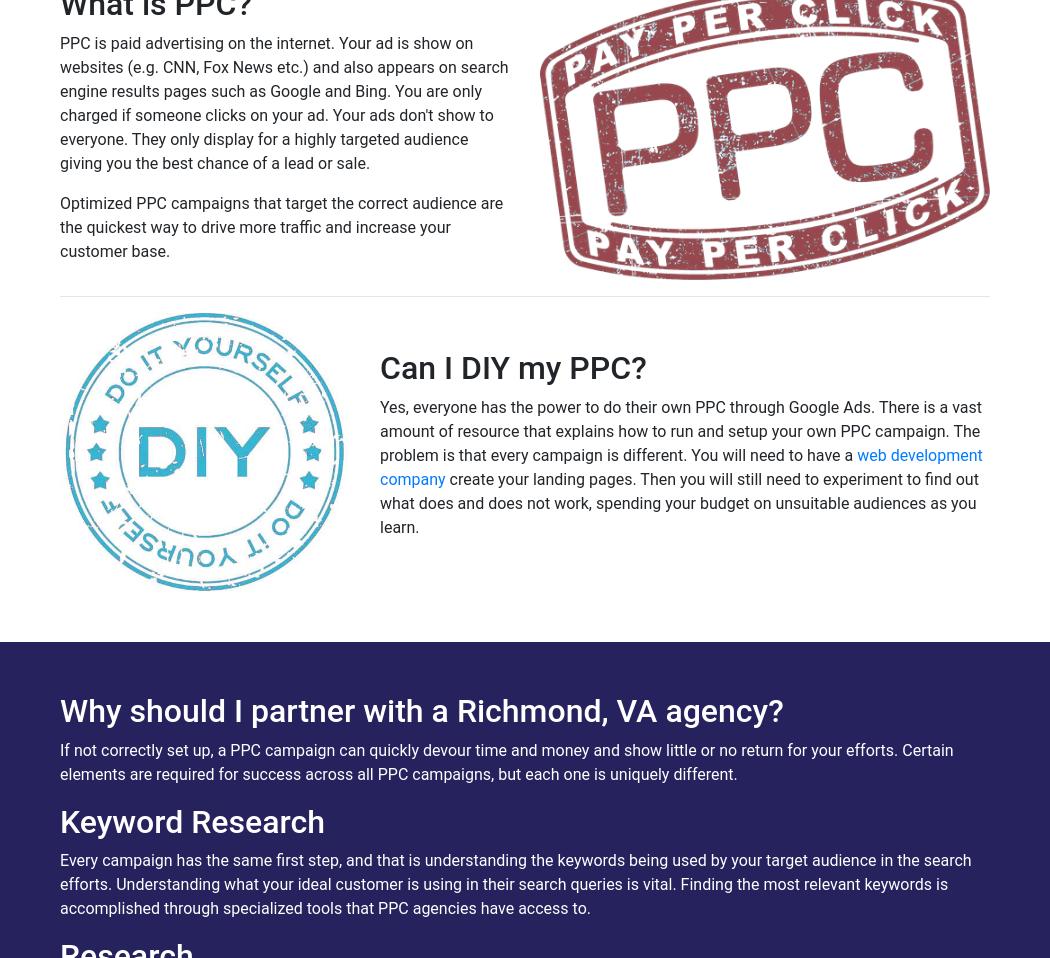  Describe the element at coordinates (280, 225) in the screenshot. I see `'Optimized PPC campaigns that target the correct audience are the quickest way to drive more traffic and increase your customer base.'` at that location.